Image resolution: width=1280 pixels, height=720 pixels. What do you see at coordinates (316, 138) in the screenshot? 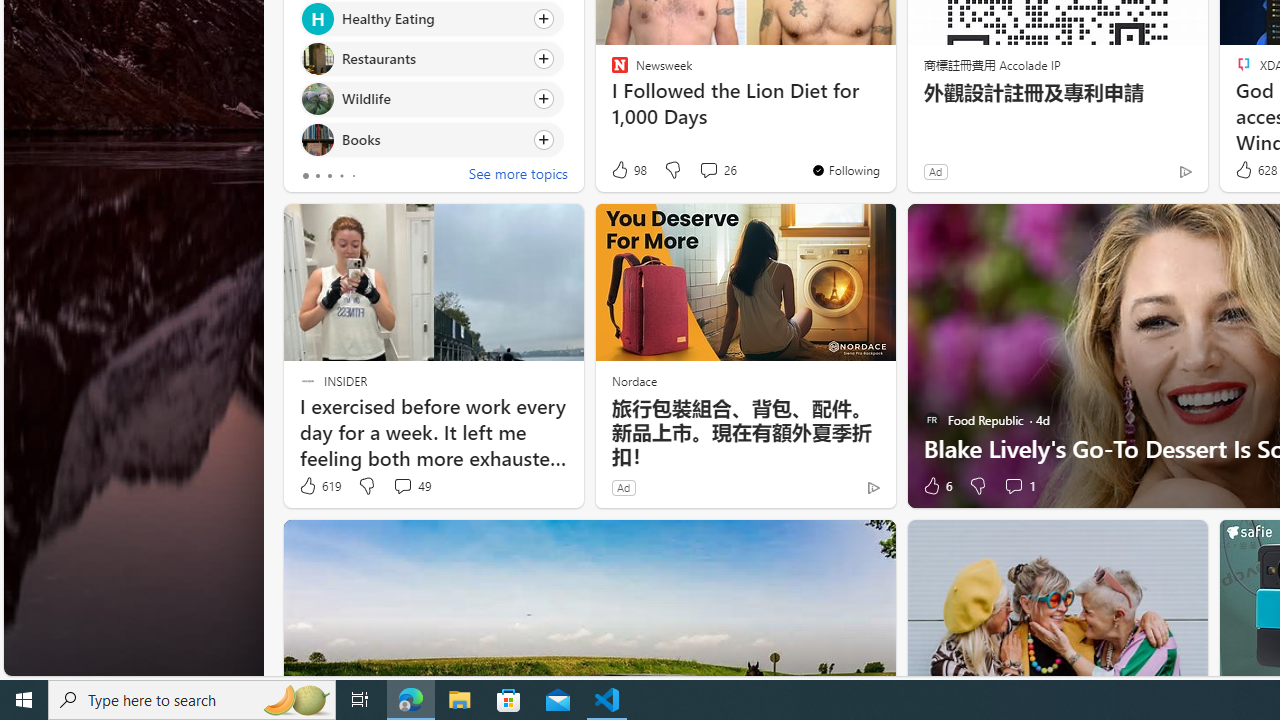
I see `'Books'` at bounding box center [316, 138].